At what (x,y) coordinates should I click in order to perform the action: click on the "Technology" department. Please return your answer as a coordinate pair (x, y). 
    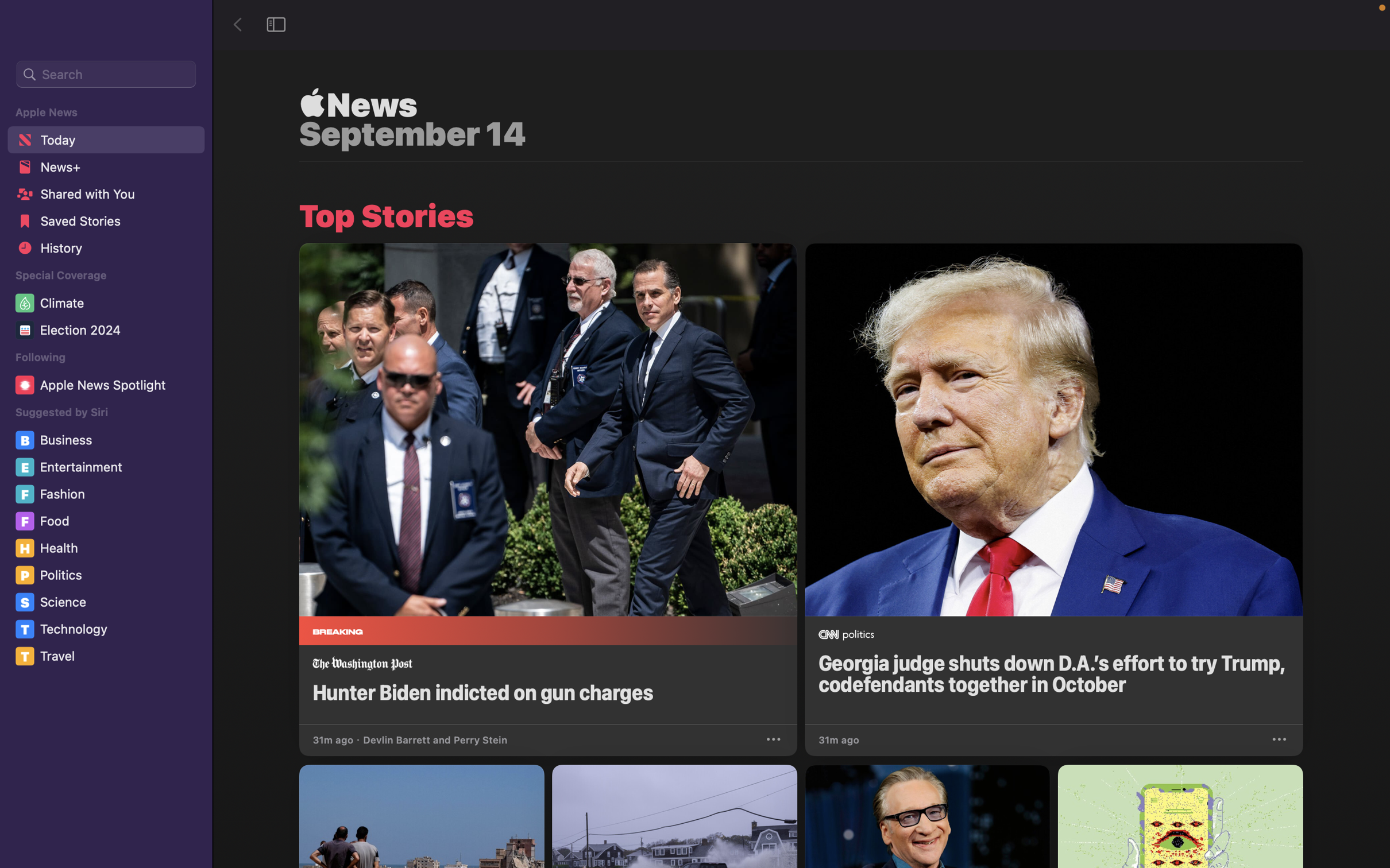
    Looking at the image, I should click on (107, 629).